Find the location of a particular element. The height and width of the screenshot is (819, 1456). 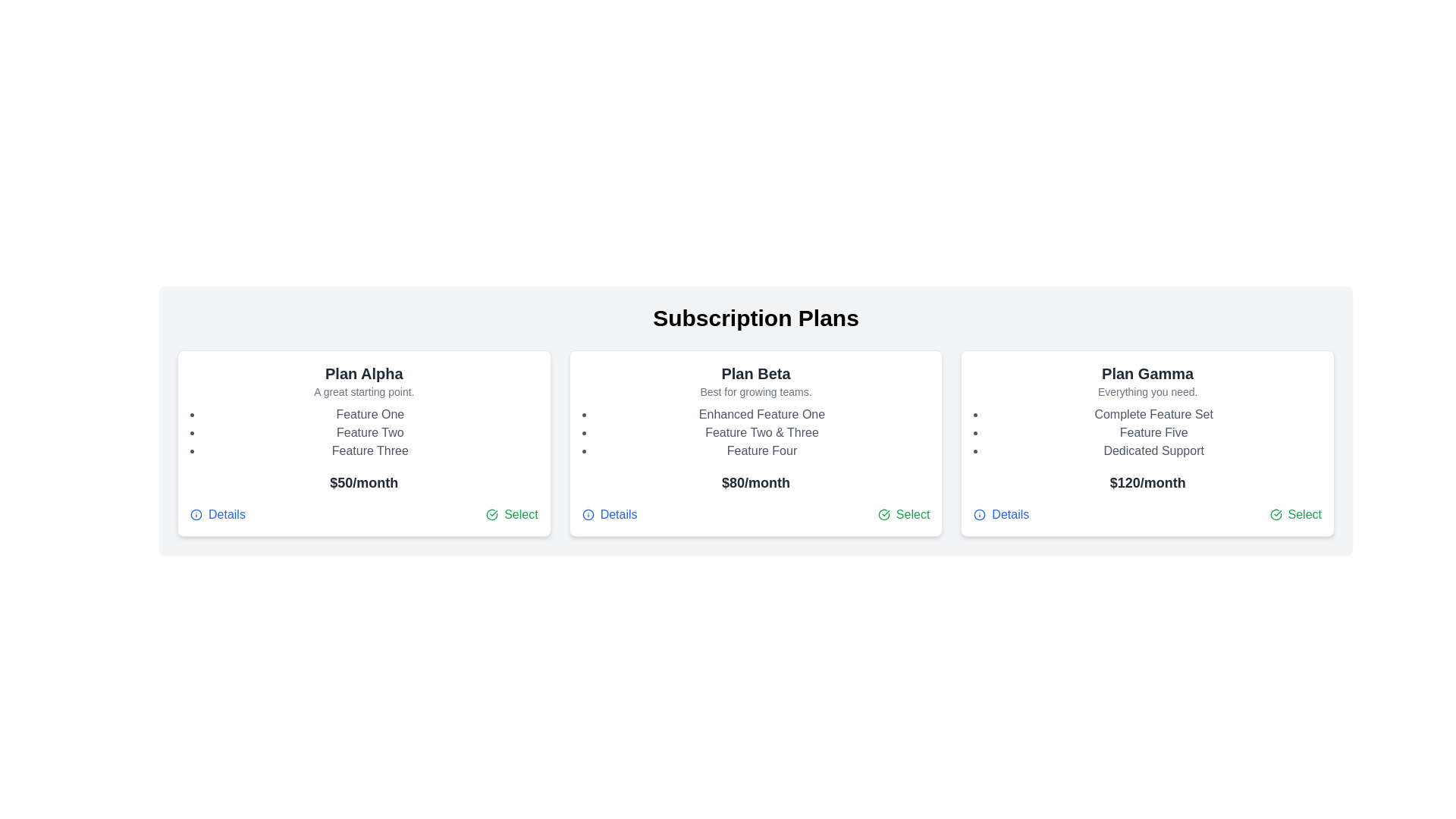

the SVG Circle icon located to the left of the 'Details' link under the 'Plan Alpha' subscription card in the first column of the subscription plans section is located at coordinates (196, 513).